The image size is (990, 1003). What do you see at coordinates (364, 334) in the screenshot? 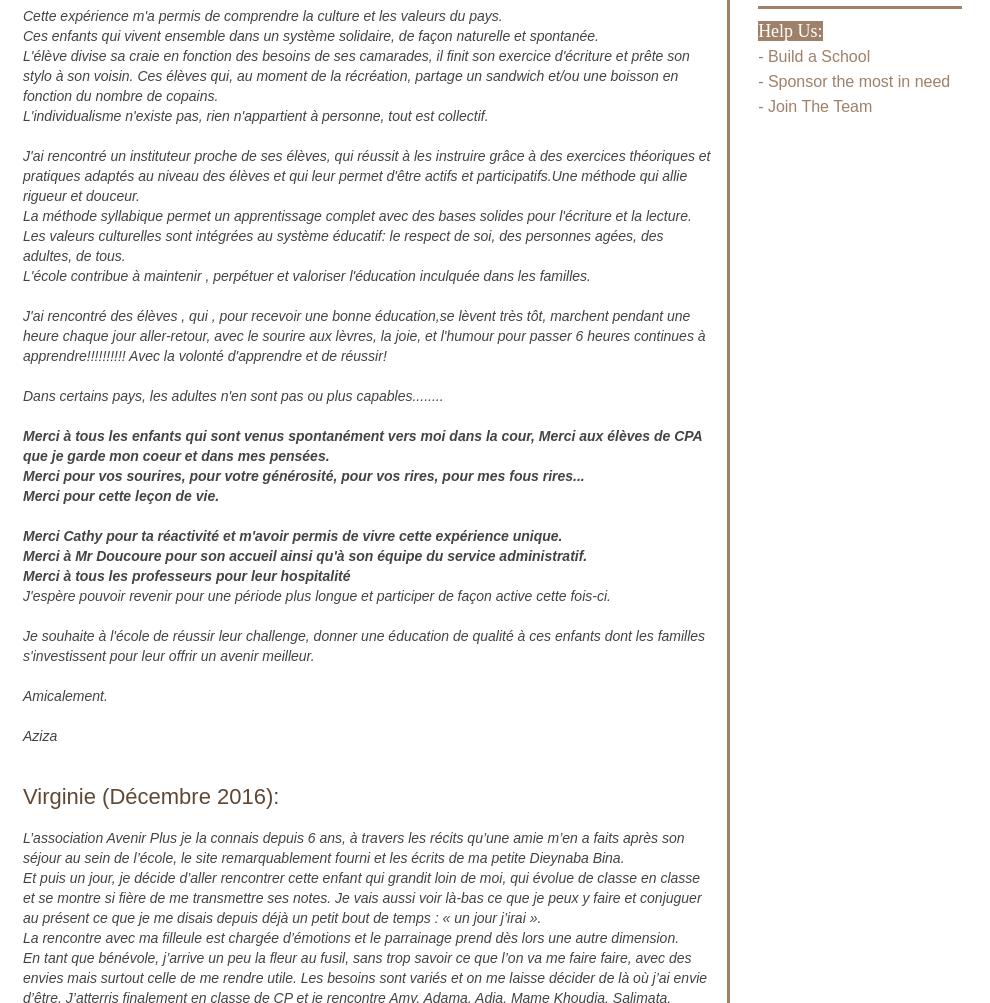
I see `'J'ai rencontré des élèves , qui , pour recevoir une bonne éducation,se lèvent très tôt, marchent pendant une heure chaque jour aller-retour, avec le sourire aux lèvres, la joie, et l'humour pour passer 6 heures continues à apprendre!!!!!!!!!!  Avec la volonté d'apprendre et de réussir!'` at bounding box center [364, 334].